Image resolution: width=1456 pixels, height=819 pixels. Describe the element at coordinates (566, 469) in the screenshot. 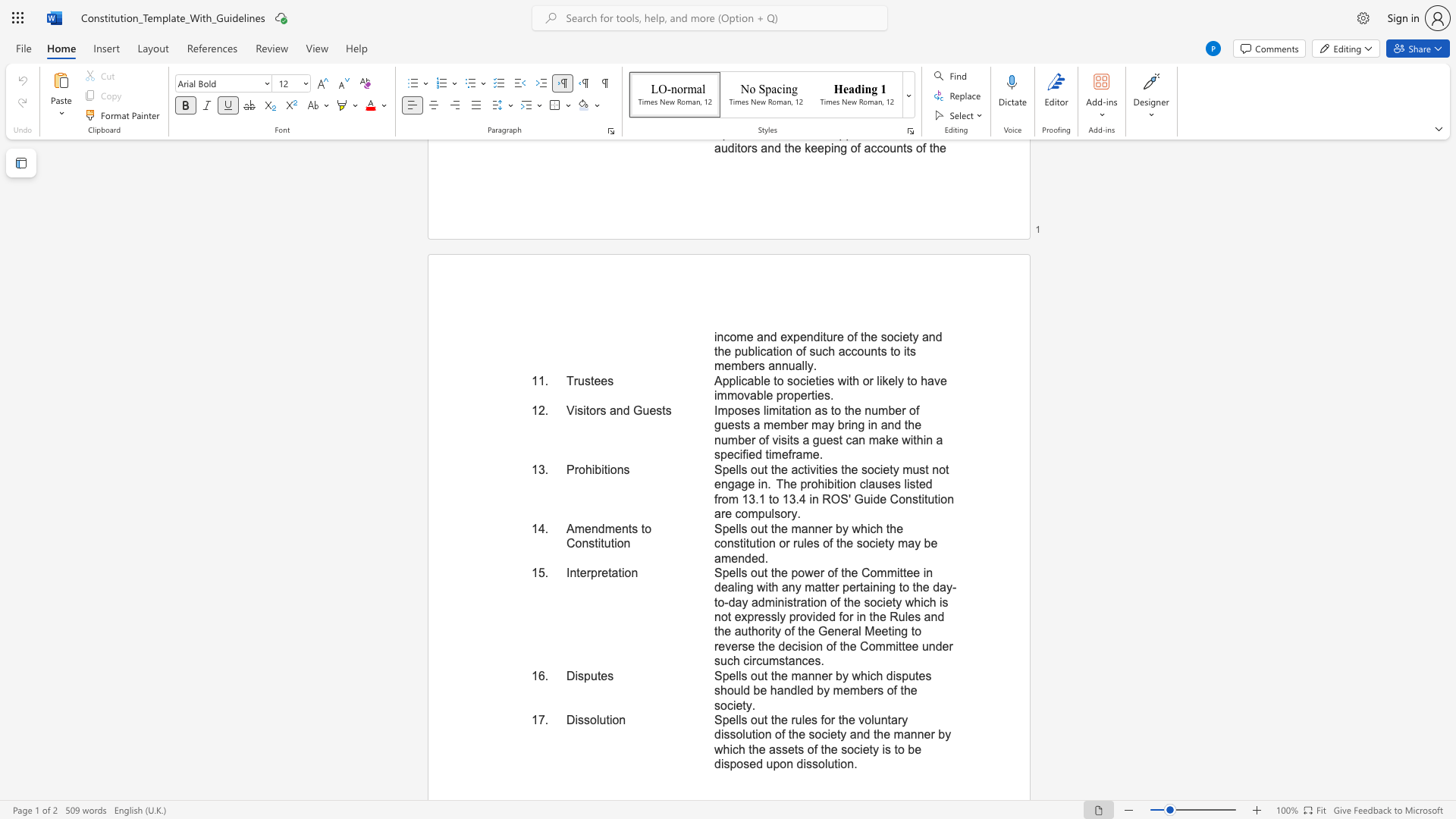

I see `the subset text "Pro" within the text "Prohibitions"` at that location.